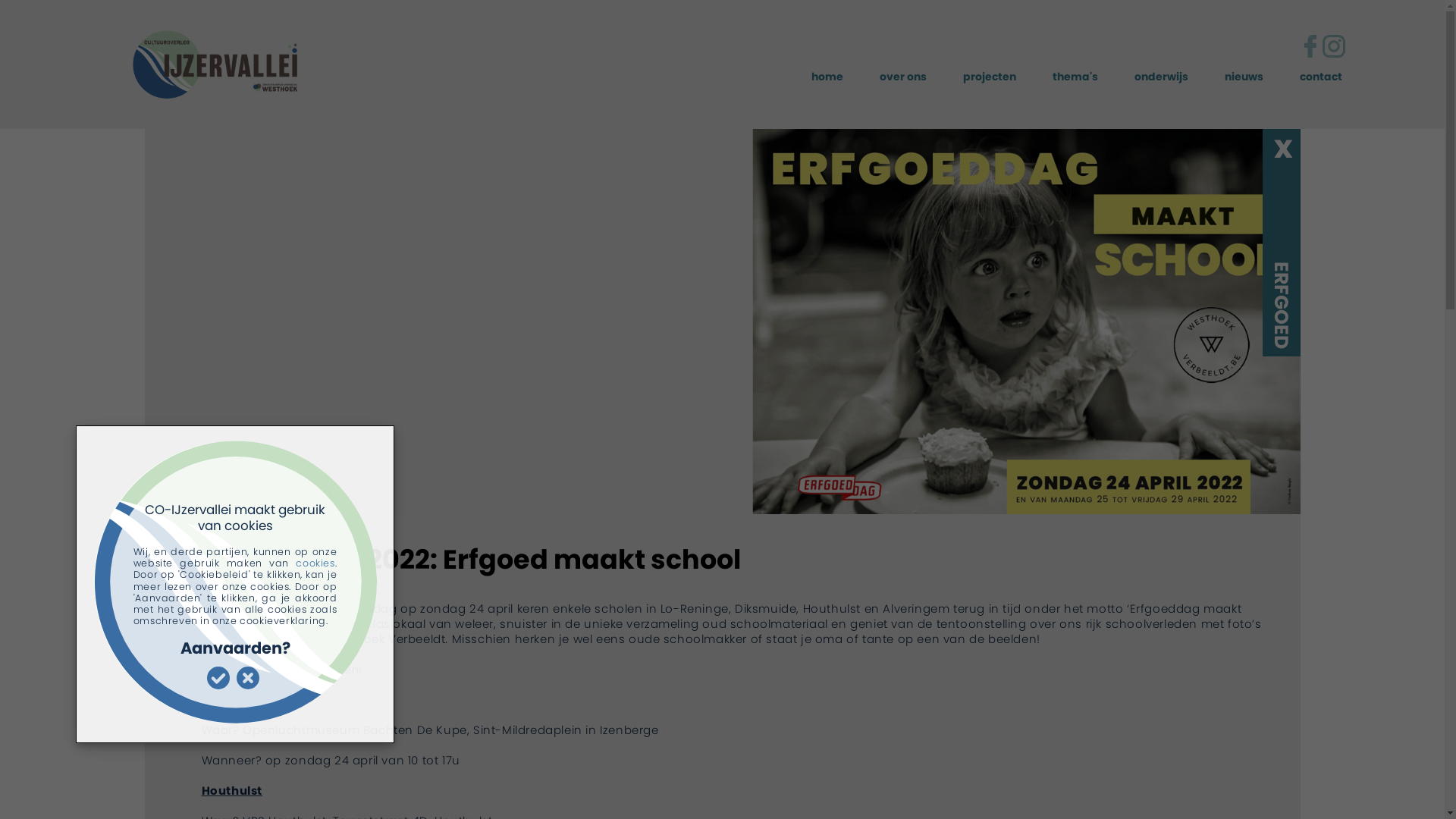 This screenshot has width=1456, height=819. What do you see at coordinates (1244, 77) in the screenshot?
I see `'nieuws'` at bounding box center [1244, 77].